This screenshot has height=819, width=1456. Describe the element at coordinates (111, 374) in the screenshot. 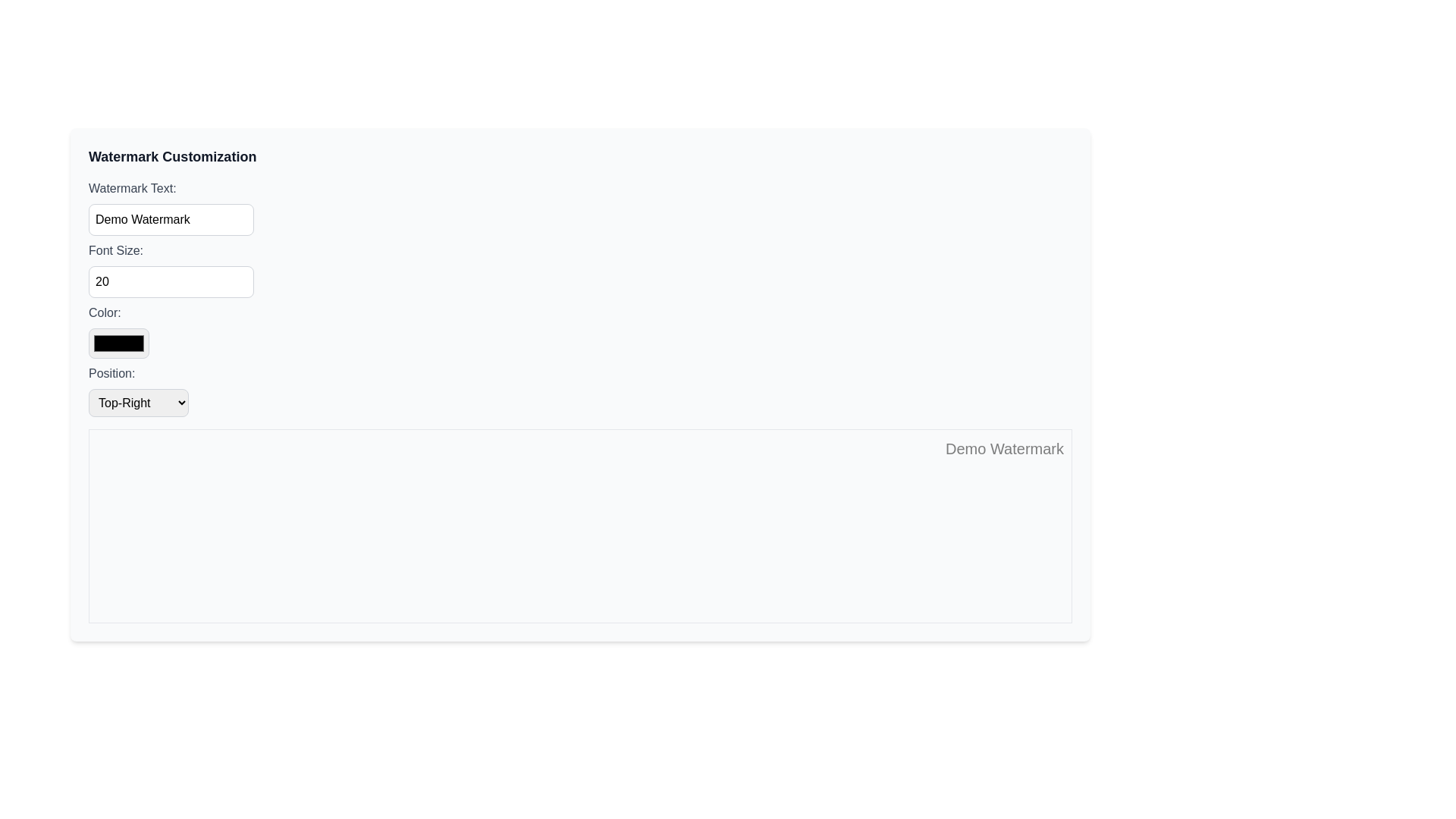

I see `the static text label indicating the purpose of the dropdown menu for selecting the watermark's position, situated between the 'Color:' label and the dropdown menu` at that location.